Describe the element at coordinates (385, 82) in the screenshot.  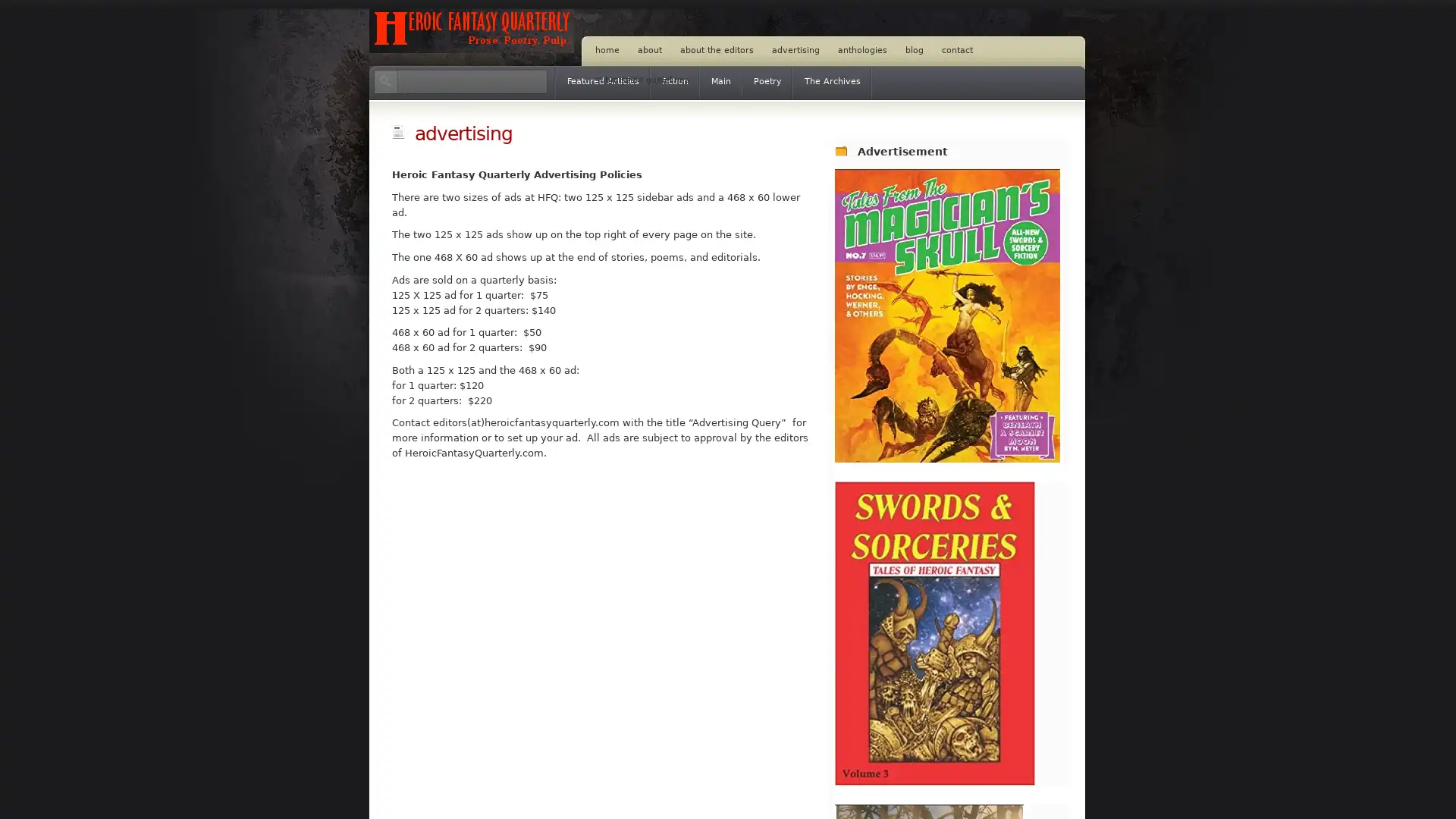
I see `Search` at that location.